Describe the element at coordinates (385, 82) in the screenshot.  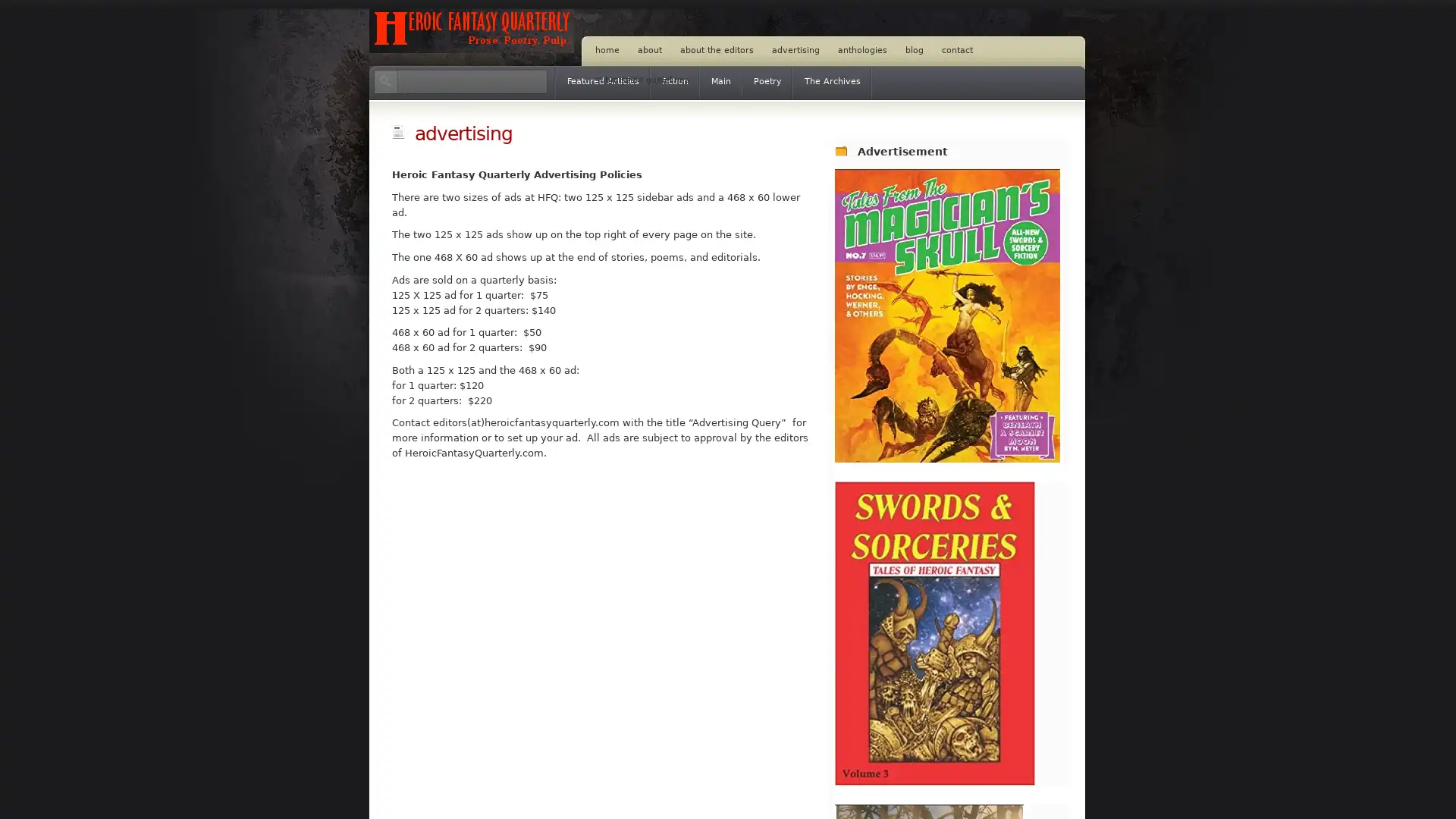
I see `Search` at that location.